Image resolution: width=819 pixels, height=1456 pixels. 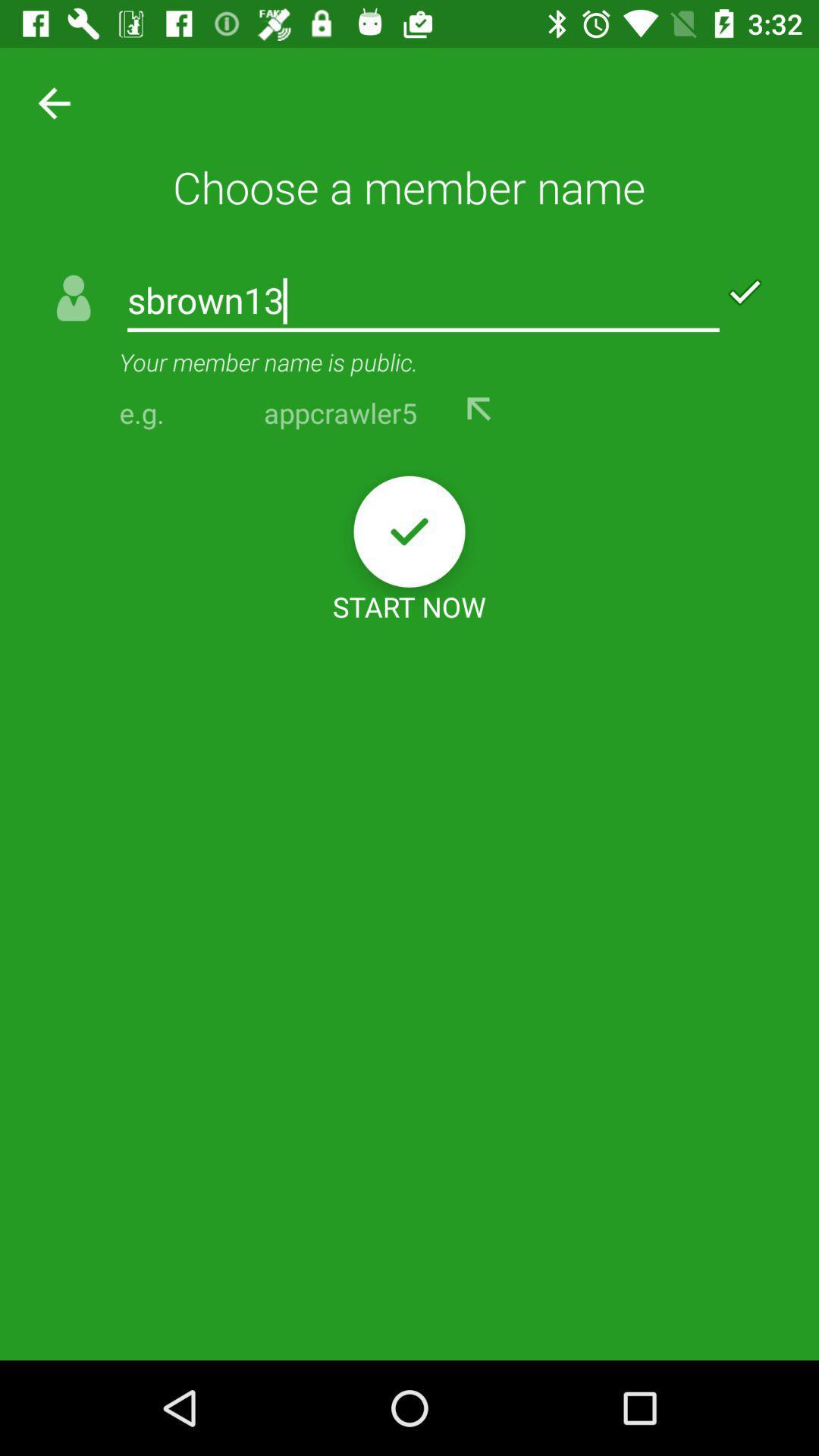 What do you see at coordinates (409, 532) in the screenshot?
I see `click start now check mark button` at bounding box center [409, 532].